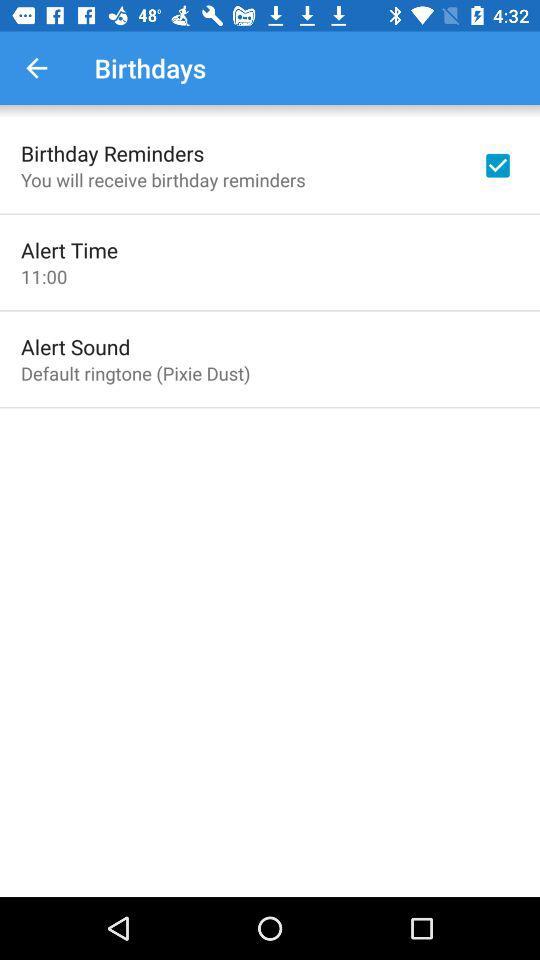 The width and height of the screenshot is (540, 960). I want to click on icon above the 11:00 item, so click(68, 249).